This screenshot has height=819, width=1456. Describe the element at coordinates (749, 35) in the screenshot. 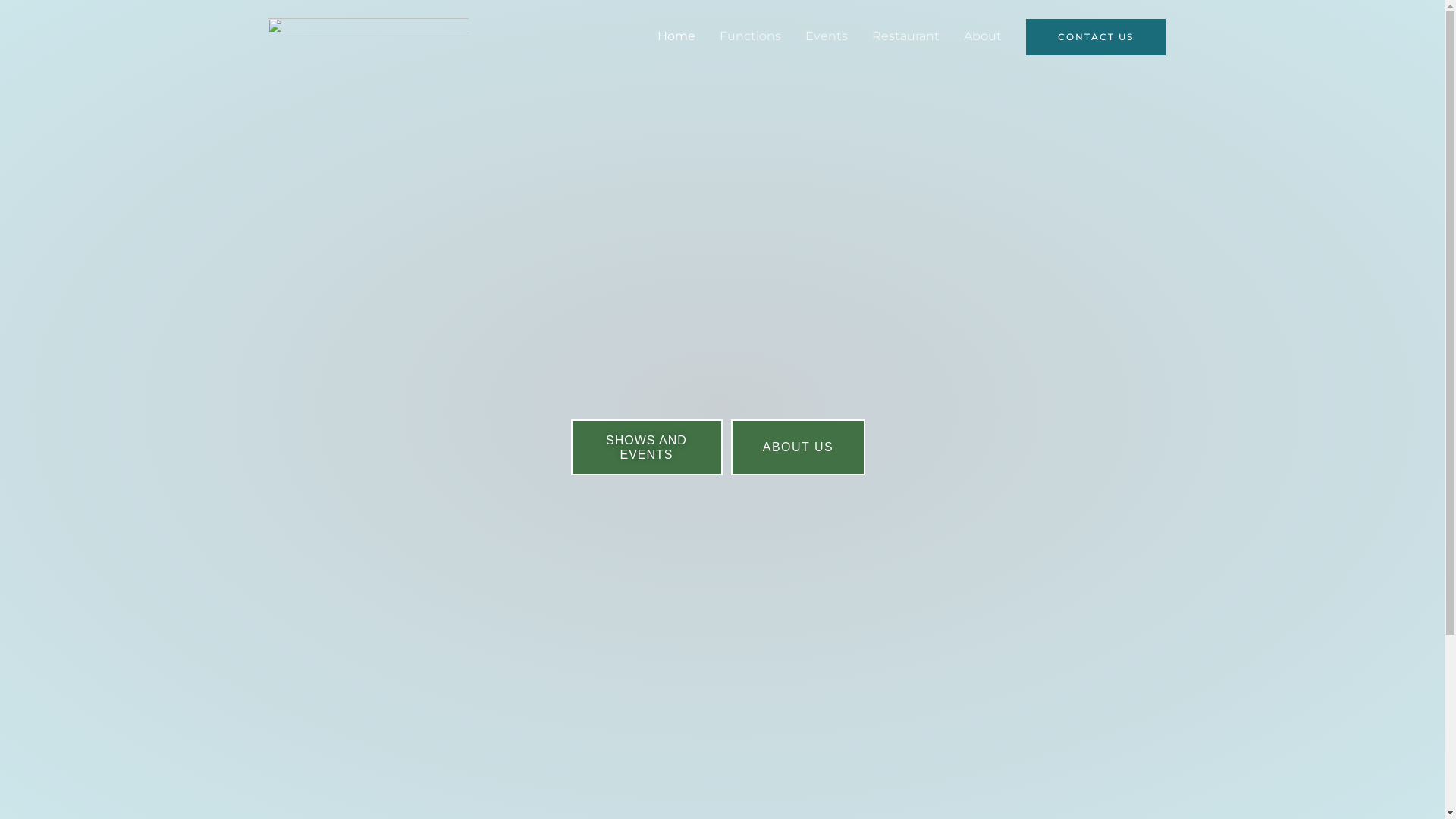

I see `'Functions'` at that location.